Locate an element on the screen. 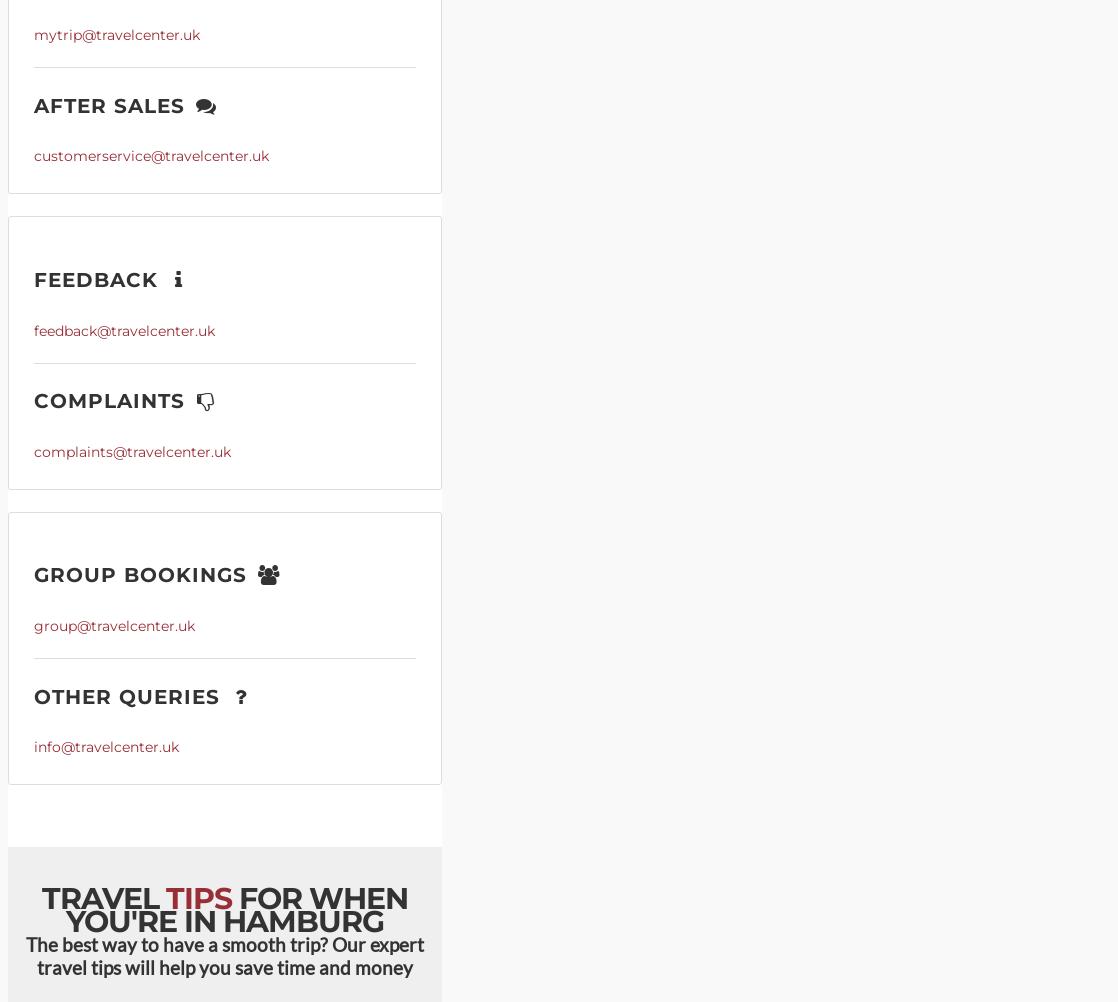 Image resolution: width=1118 pixels, height=1002 pixels. 'group@travelcenter.uk' is located at coordinates (114, 624).